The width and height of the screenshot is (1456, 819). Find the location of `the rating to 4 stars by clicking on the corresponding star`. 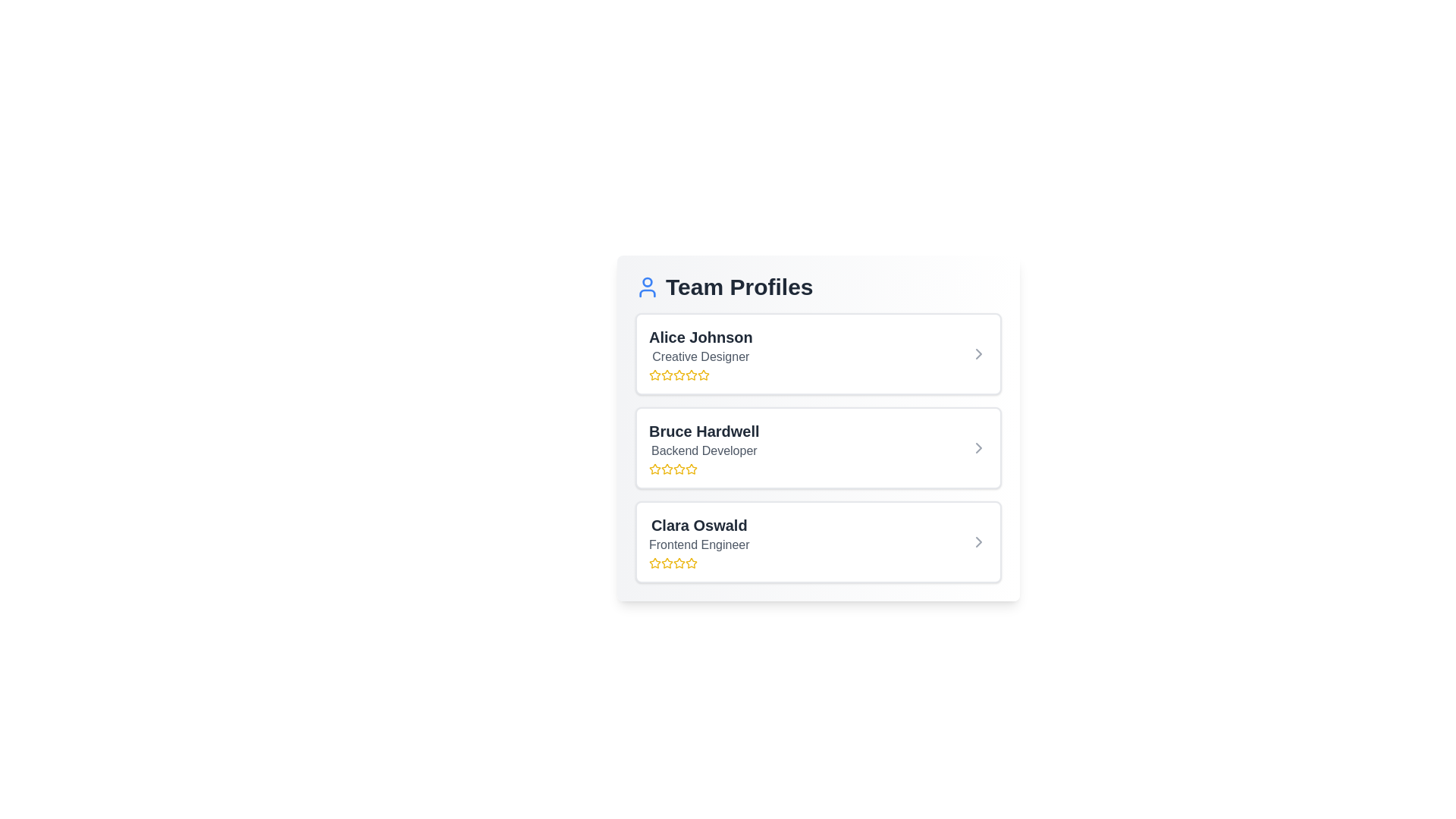

the rating to 4 stars by clicking on the corresponding star is located at coordinates (691, 375).